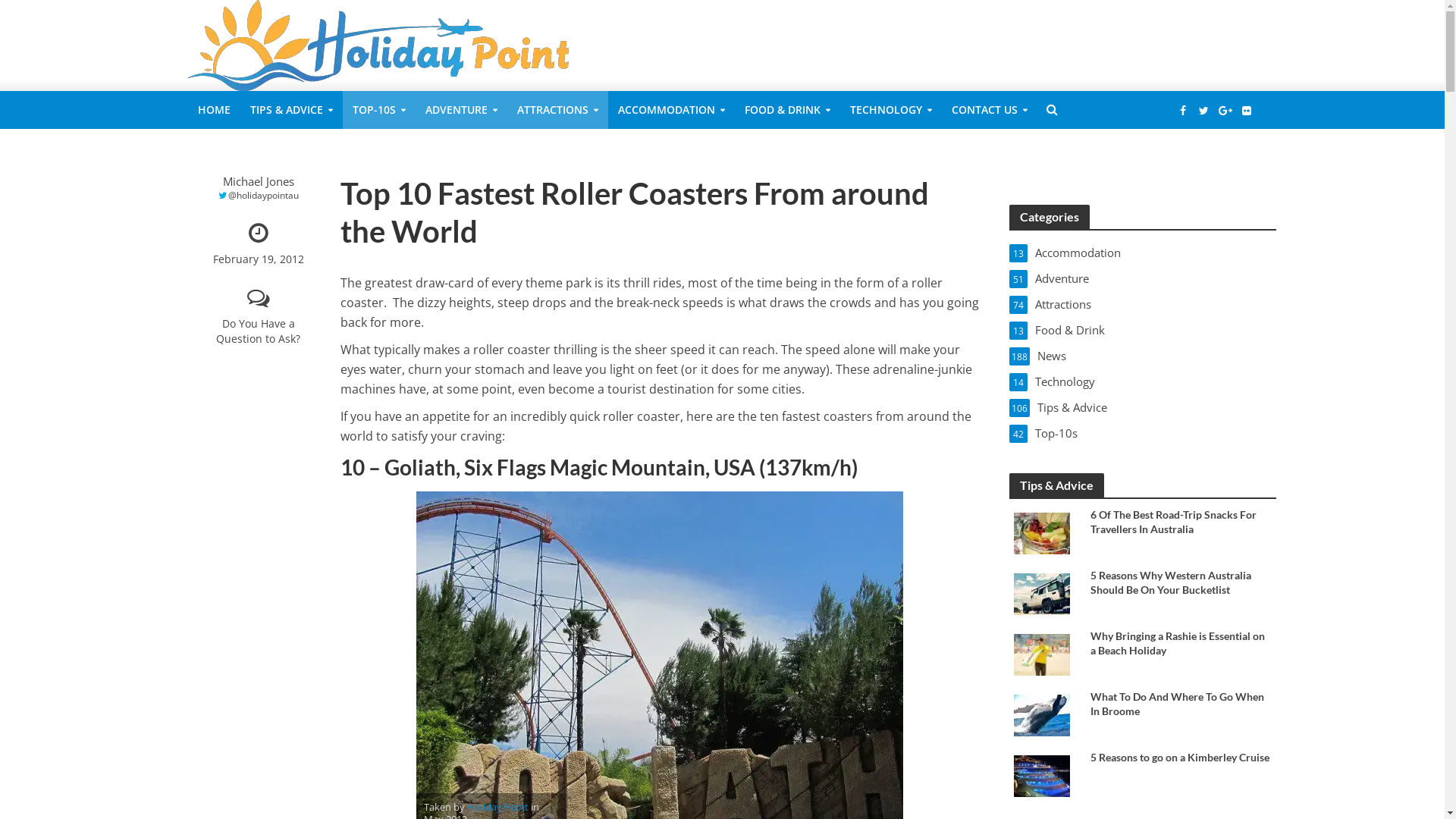 Image resolution: width=1456 pixels, height=819 pixels. I want to click on 'Holiday Point', so click(497, 807).